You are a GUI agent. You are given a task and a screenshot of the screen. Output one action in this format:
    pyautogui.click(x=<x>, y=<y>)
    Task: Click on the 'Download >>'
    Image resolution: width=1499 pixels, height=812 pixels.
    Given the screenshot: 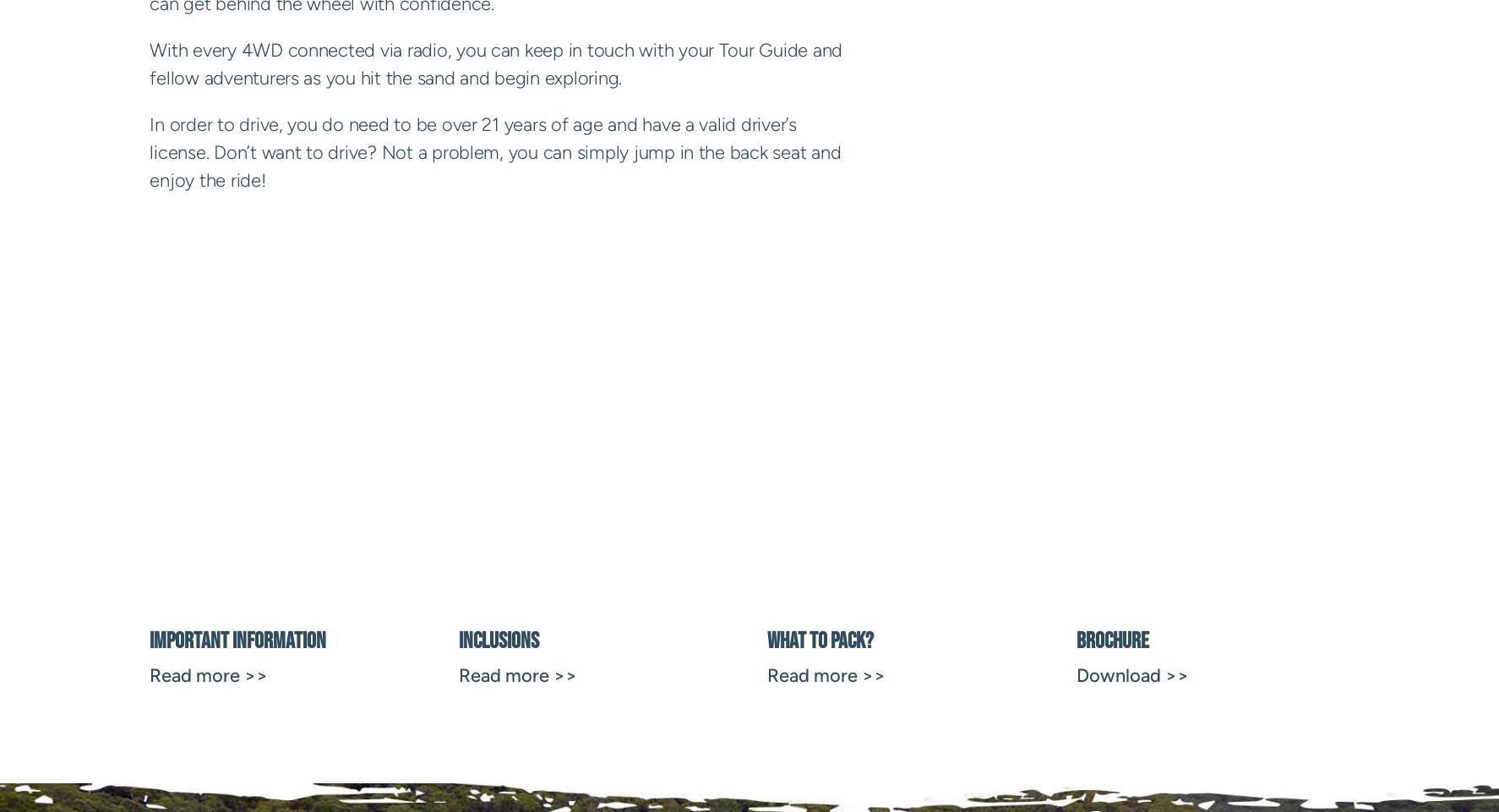 What is the action you would take?
    pyautogui.click(x=1131, y=674)
    